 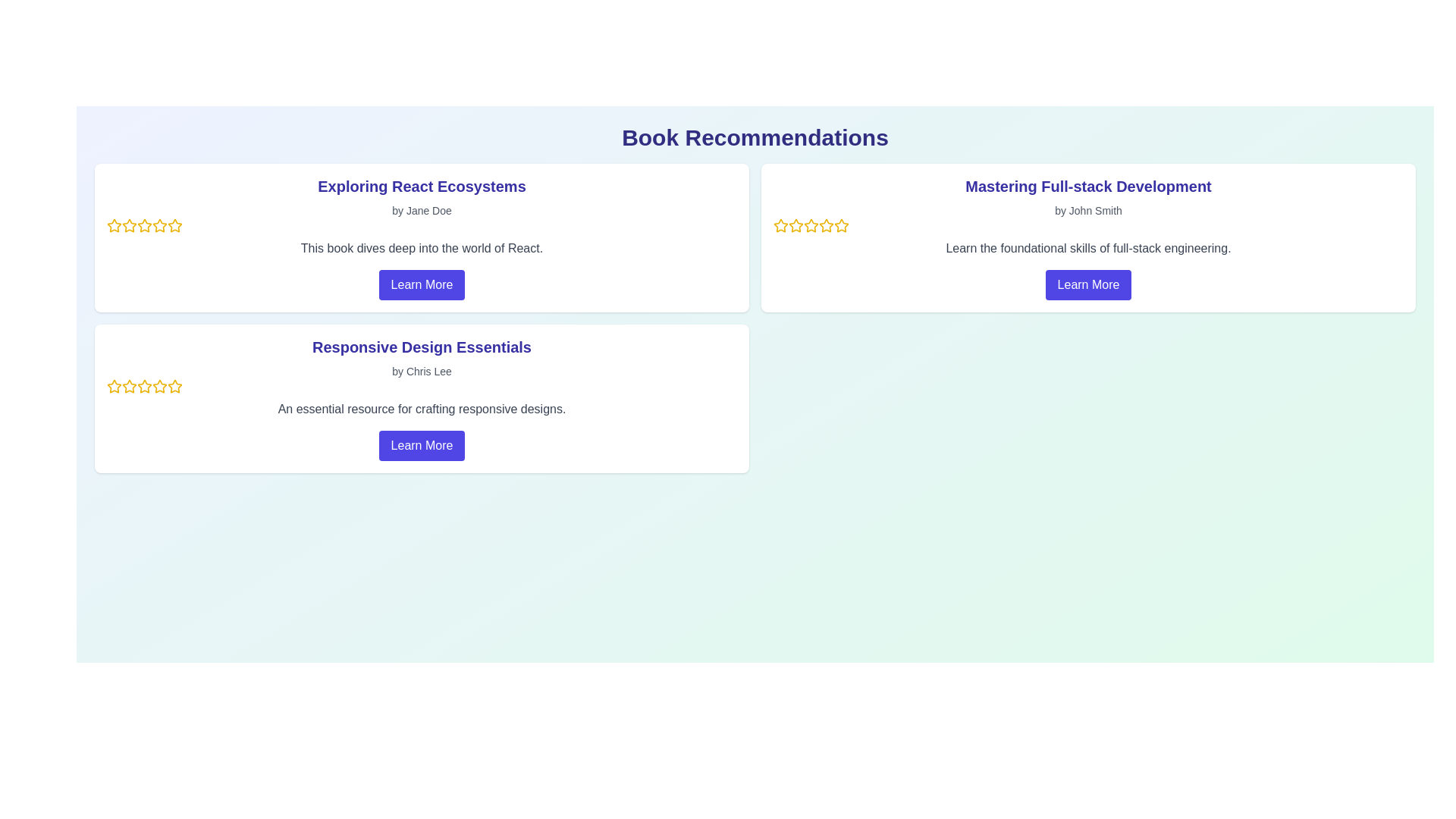 What do you see at coordinates (1087, 284) in the screenshot?
I see `the 'Learn More' button, which is a rounded rectangular indigo button with white text located at the bottom of the 'Mastering Full-stack Development' card` at bounding box center [1087, 284].